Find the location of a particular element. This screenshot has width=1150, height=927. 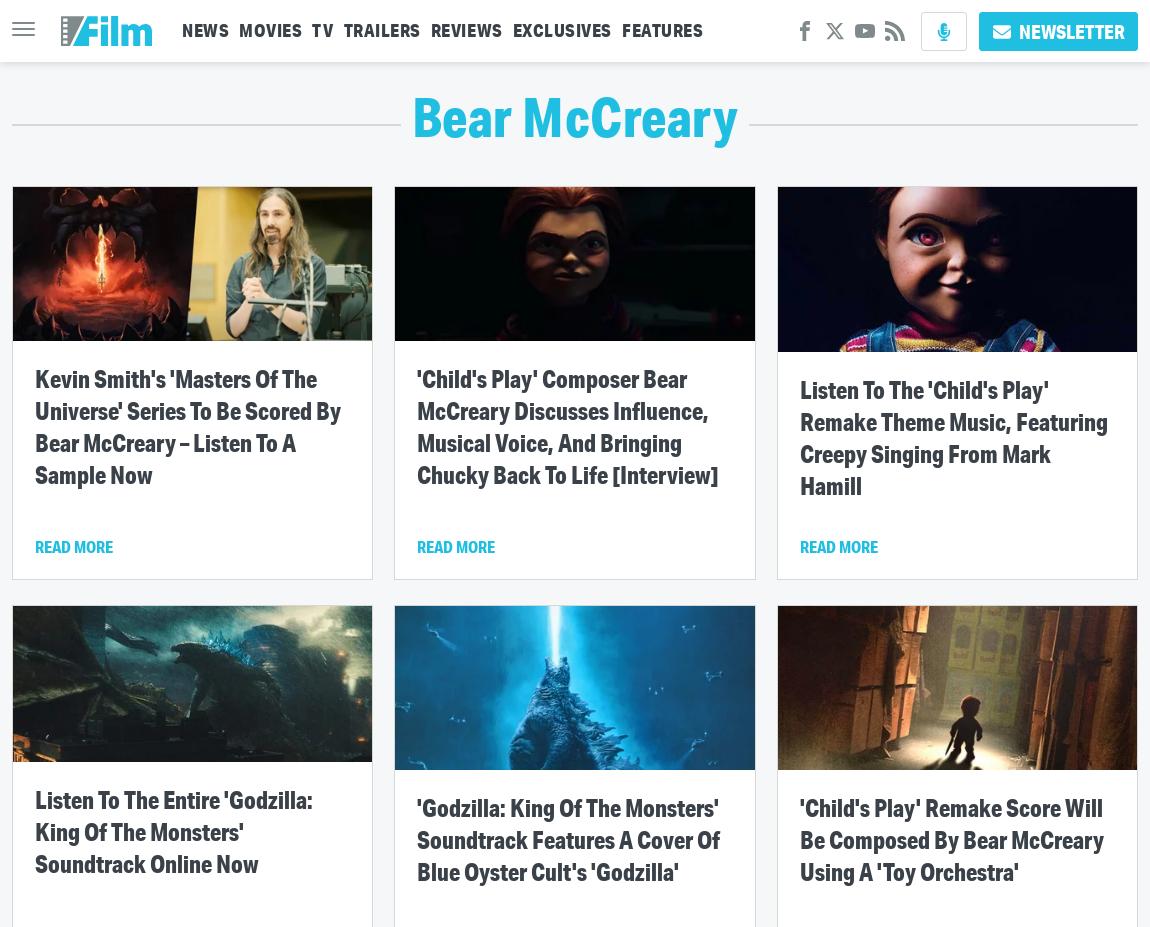

'Kevin Smith's 'Masters Of The Universe' Series To Be Scored By Bear McCreary – Listen To A Sample Now' is located at coordinates (187, 424).